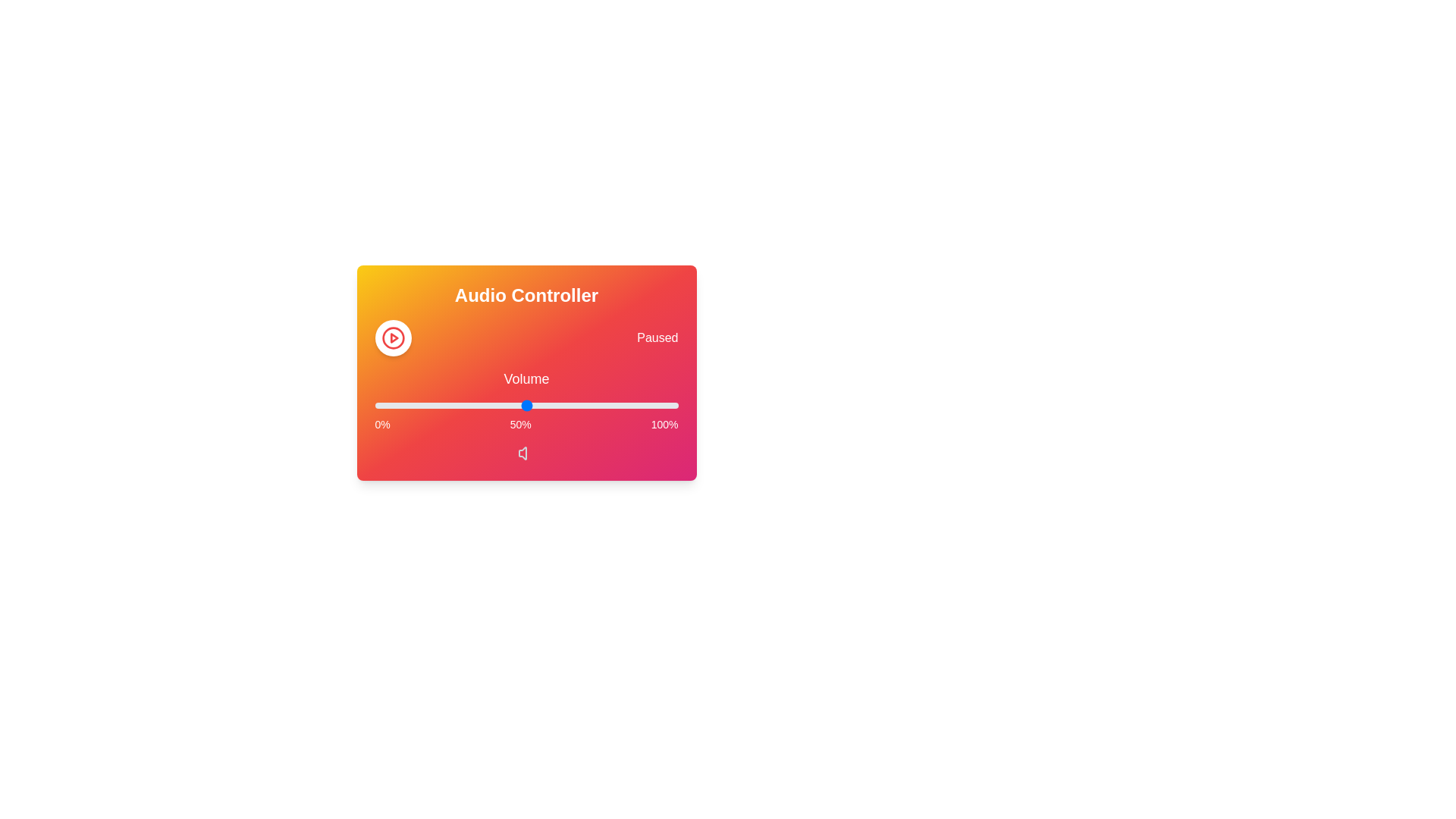  I want to click on the volume slider to 10%, so click(405, 405).